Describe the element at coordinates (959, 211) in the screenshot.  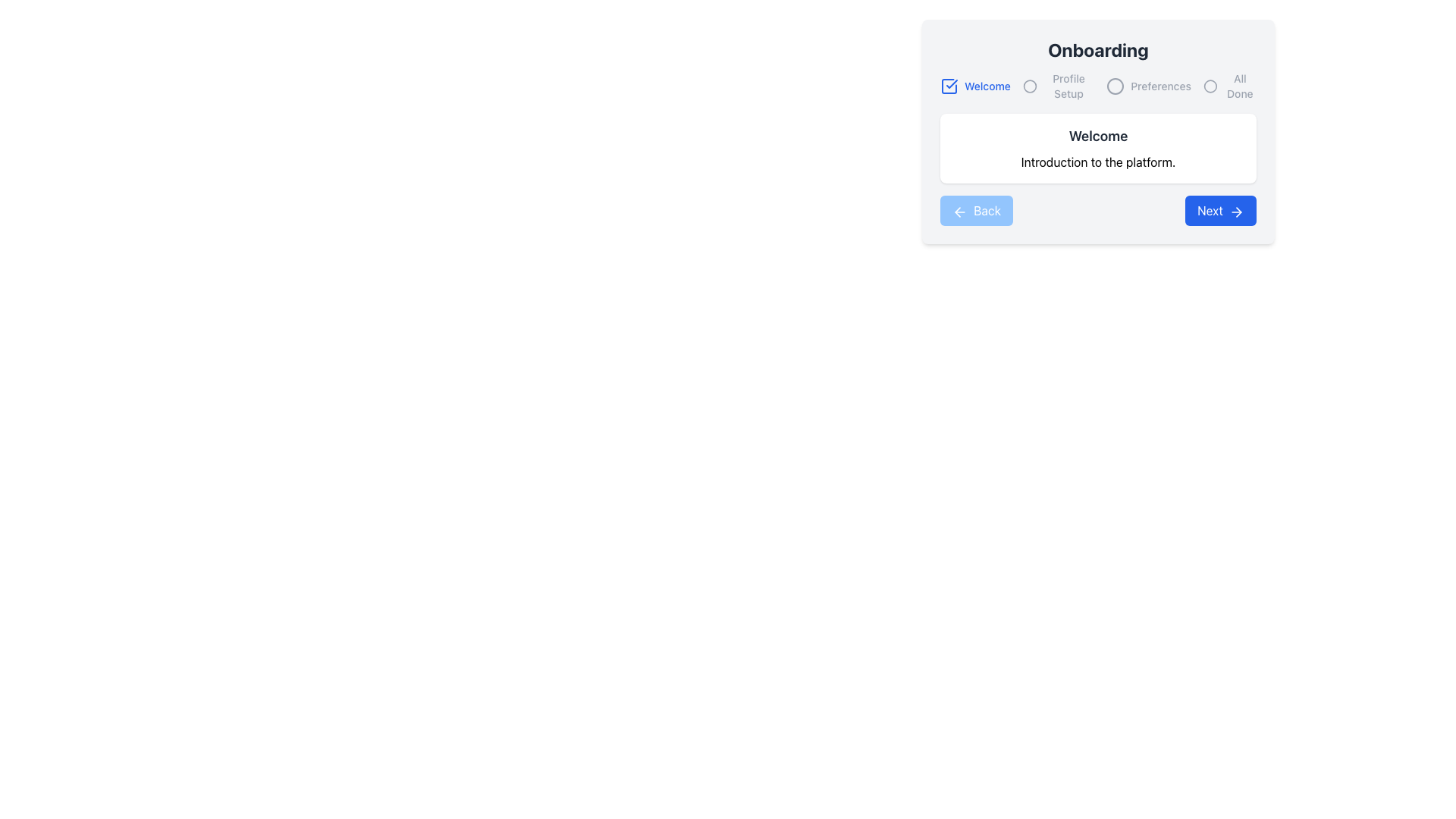
I see `the 'Back' button which contains a blue background arrow icon pointing left, located towards the bottom-left corner of the dialog box` at that location.